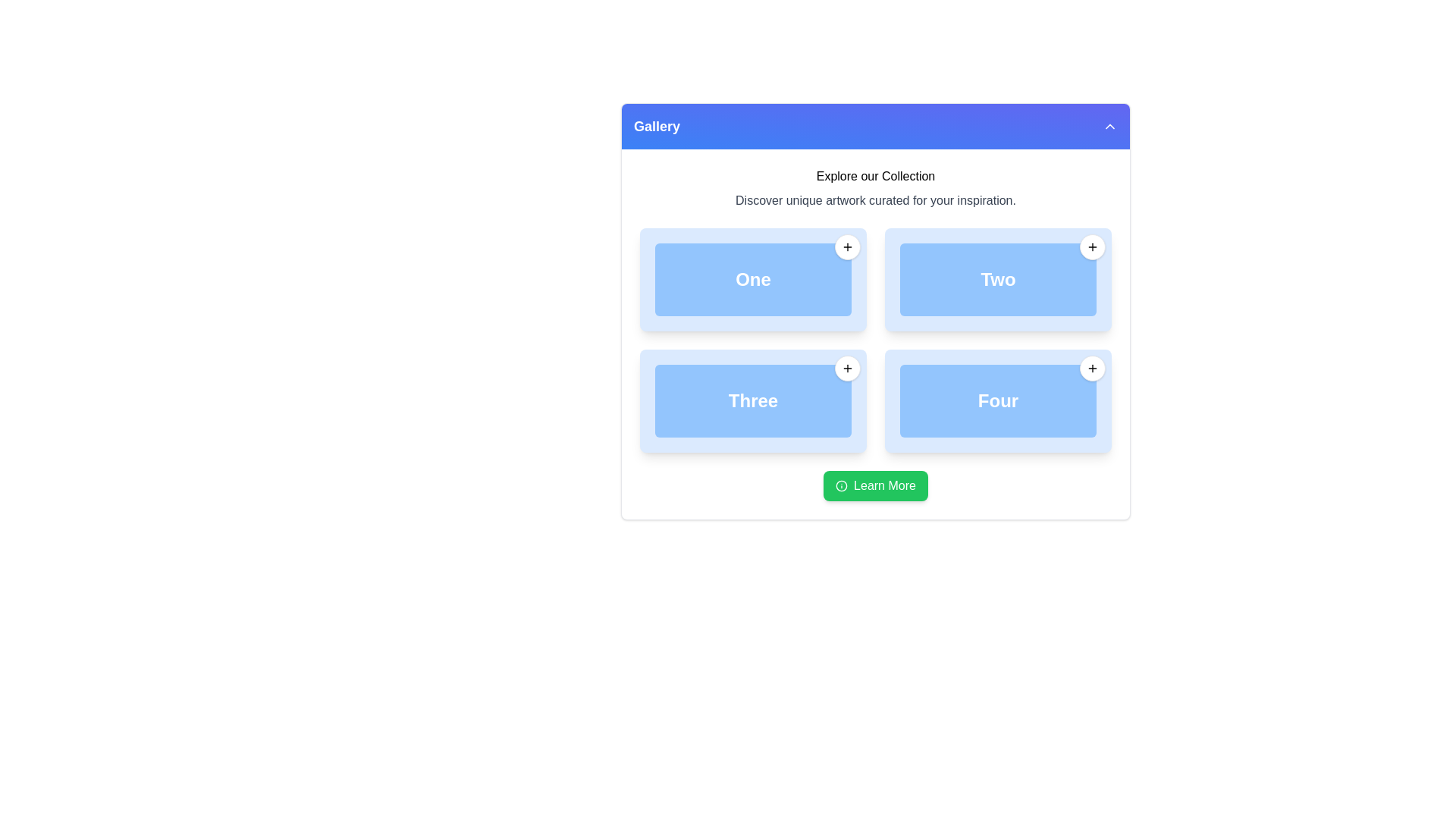 The height and width of the screenshot is (819, 1456). I want to click on the circular icon with an information symbol inside a green 'Learn More' button located at the bottom center of the interface, so click(841, 485).